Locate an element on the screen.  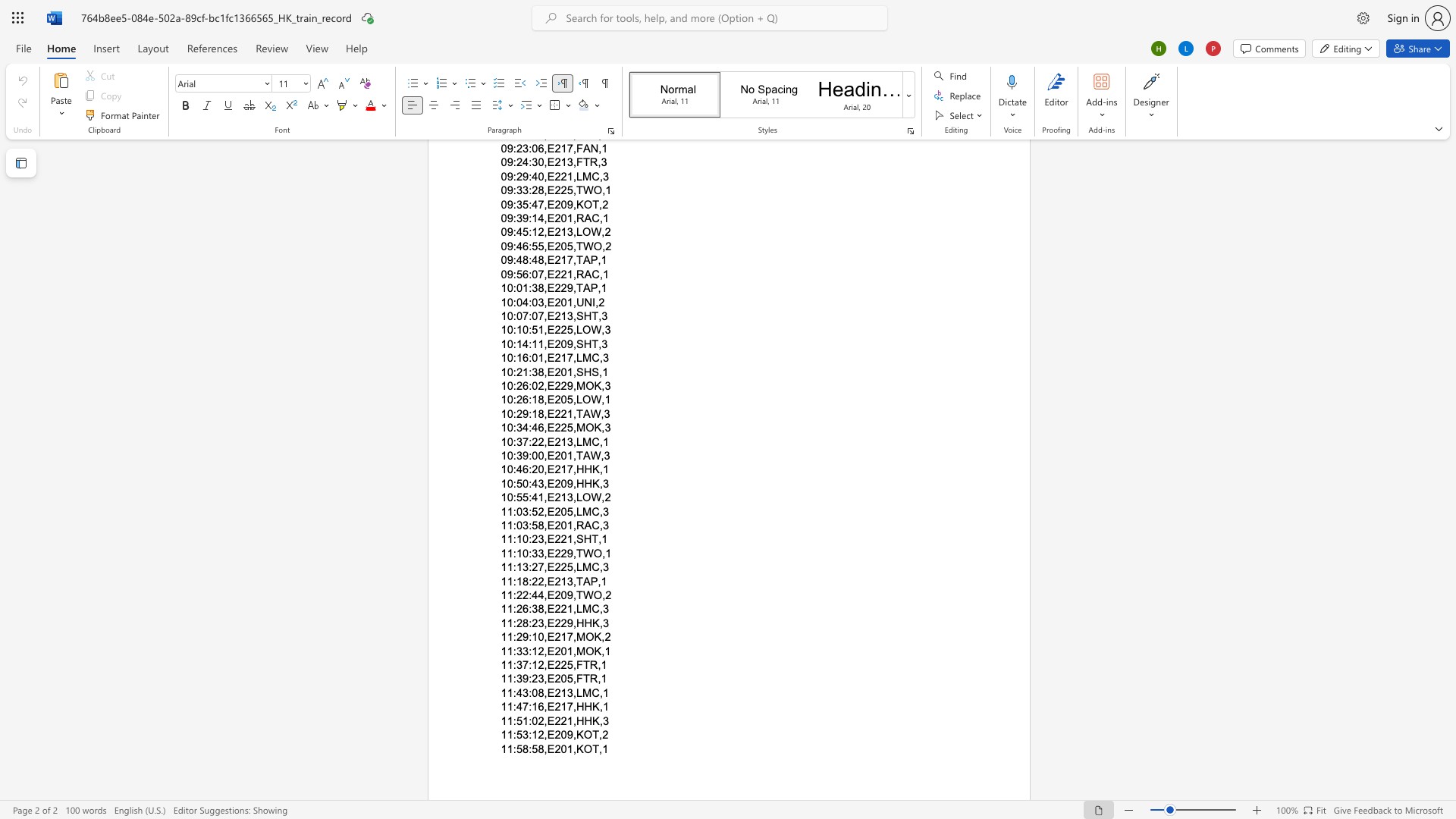
the subset text ",1" within the text "11:37:12,E225,FTR,1" is located at coordinates (597, 664).